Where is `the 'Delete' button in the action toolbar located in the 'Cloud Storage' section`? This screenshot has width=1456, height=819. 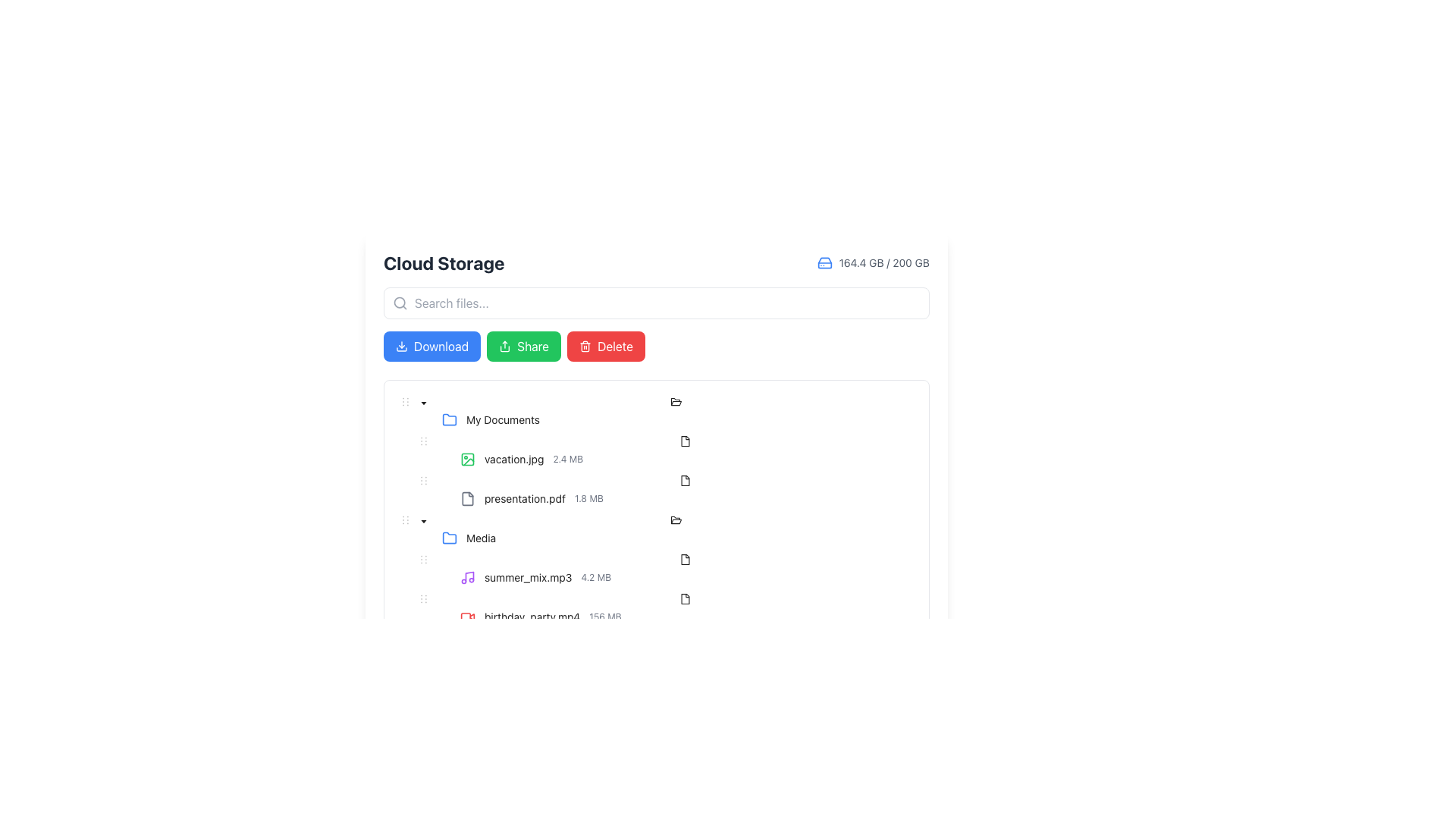
the 'Delete' button in the action toolbar located in the 'Cloud Storage' section is located at coordinates (656, 346).